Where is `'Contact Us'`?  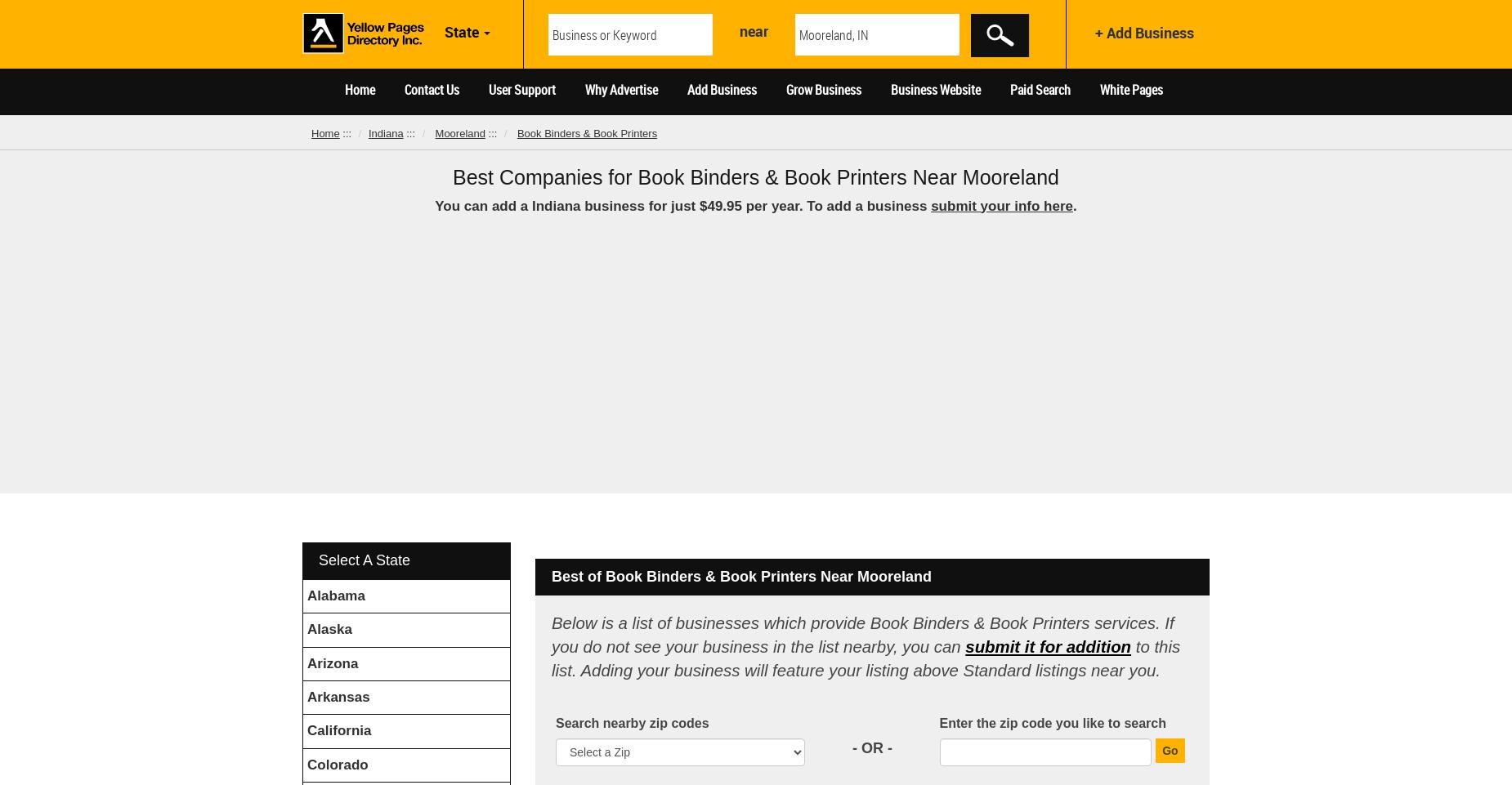
'Contact Us' is located at coordinates (403, 89).